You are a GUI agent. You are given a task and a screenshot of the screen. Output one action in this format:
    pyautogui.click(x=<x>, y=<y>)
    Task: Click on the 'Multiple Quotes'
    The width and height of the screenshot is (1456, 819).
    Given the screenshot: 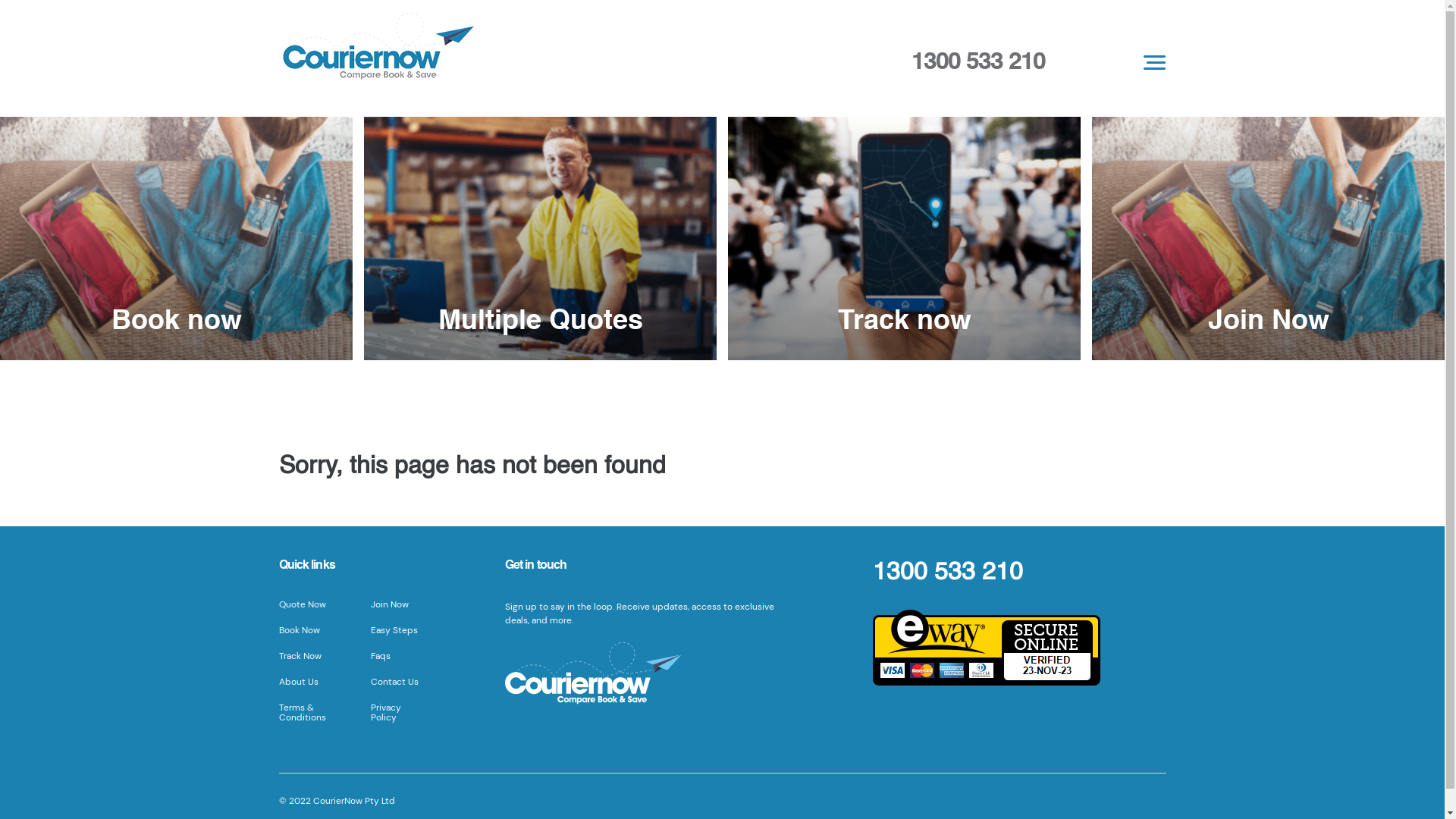 What is the action you would take?
    pyautogui.click(x=540, y=238)
    